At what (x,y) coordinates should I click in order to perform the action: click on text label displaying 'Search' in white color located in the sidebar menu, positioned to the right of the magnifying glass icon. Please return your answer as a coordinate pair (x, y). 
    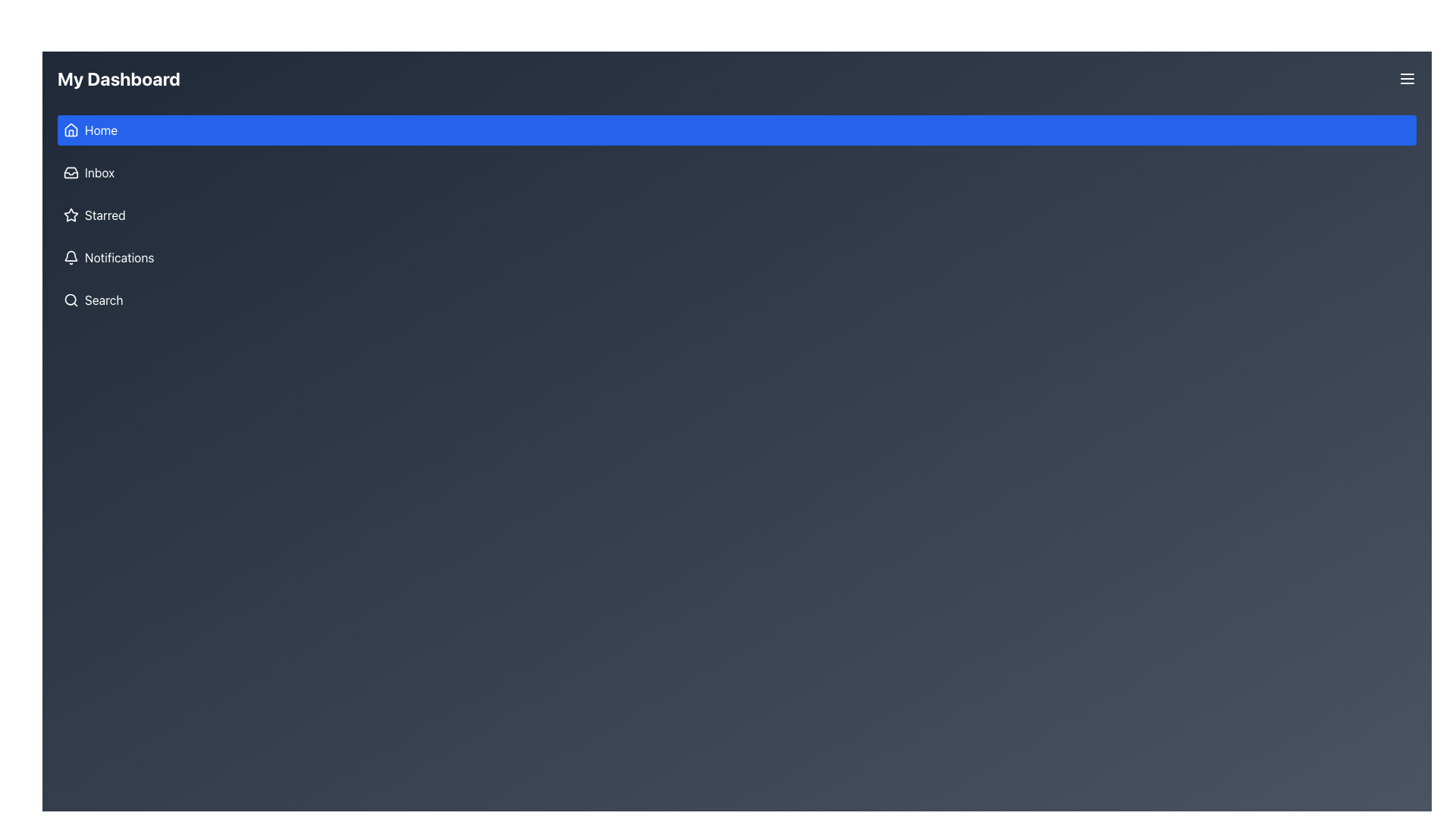
    Looking at the image, I should click on (103, 300).